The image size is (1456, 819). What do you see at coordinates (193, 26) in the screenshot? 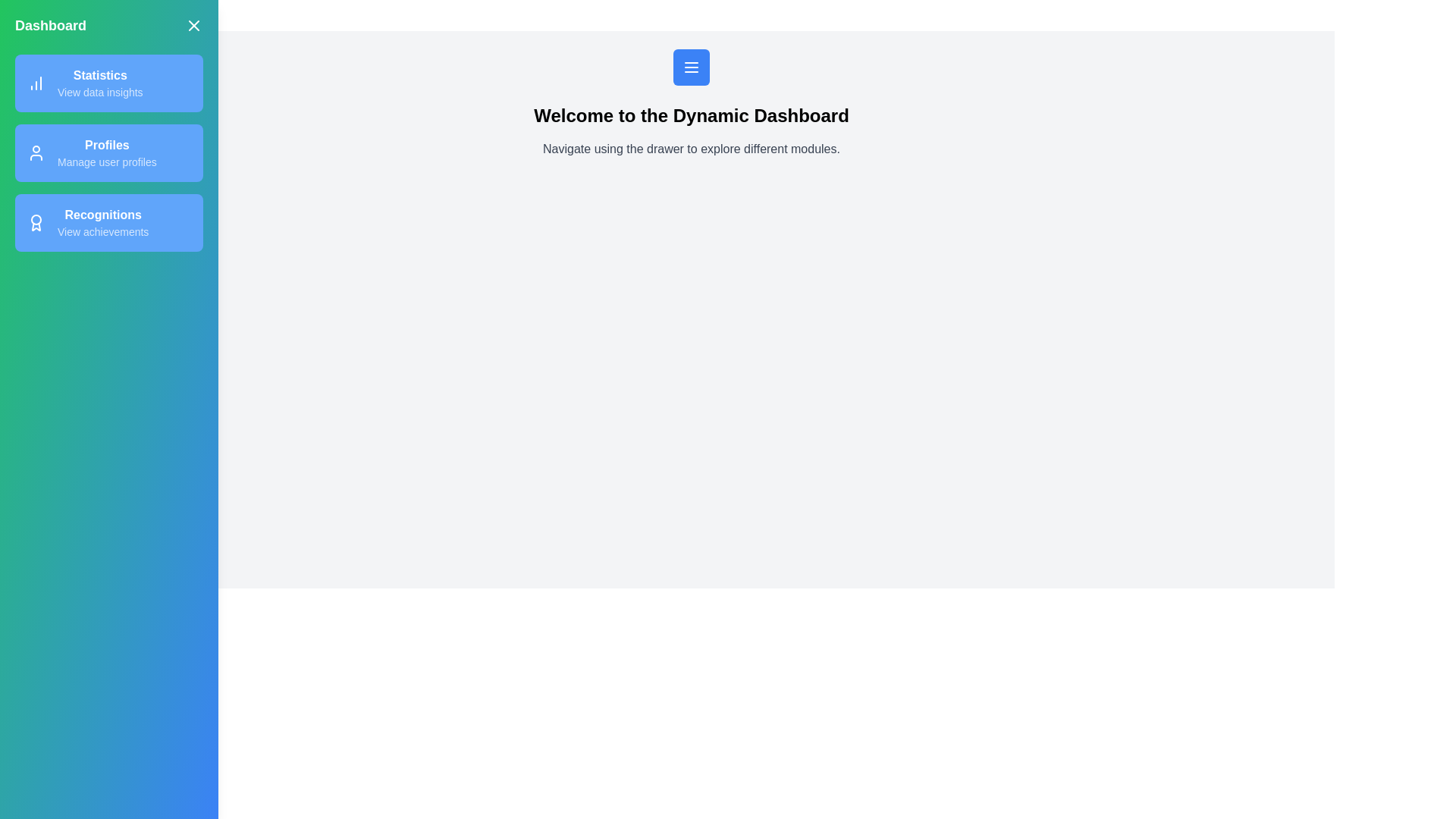
I see `the toggle button to change the visibility state of the dashboard drawer` at bounding box center [193, 26].